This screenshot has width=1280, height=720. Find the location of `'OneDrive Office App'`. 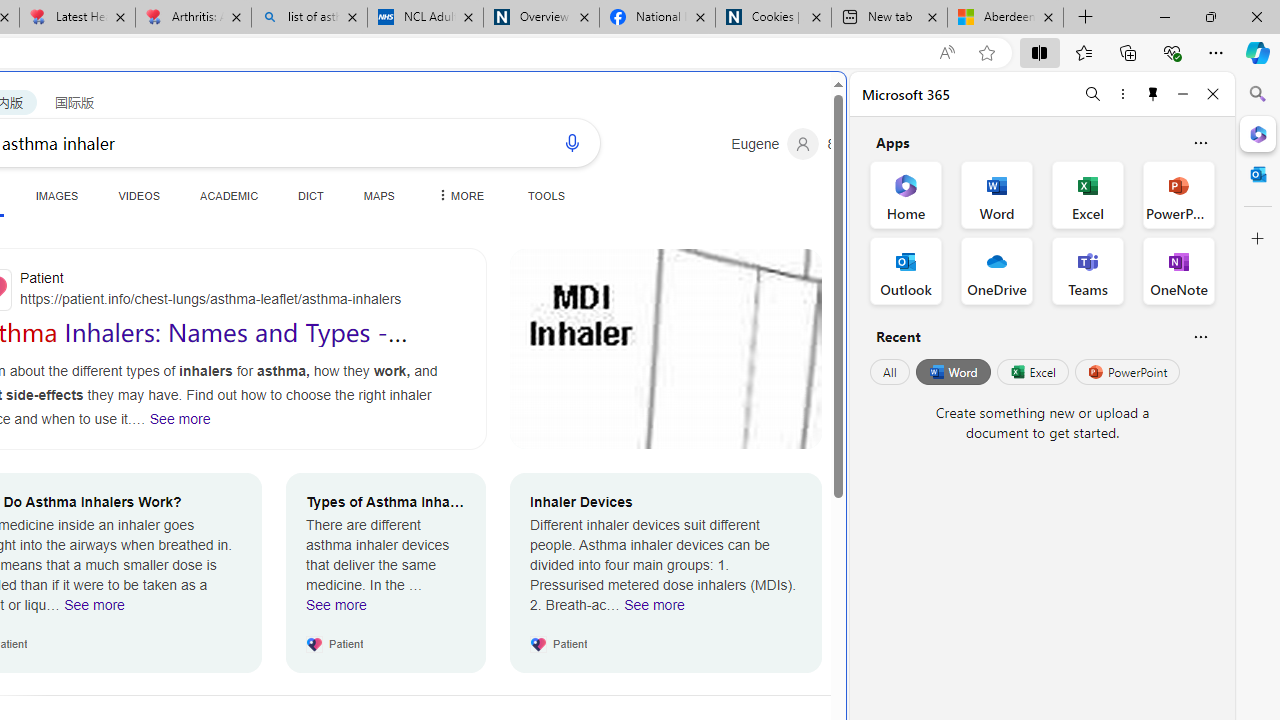

'OneDrive Office App' is located at coordinates (997, 271).